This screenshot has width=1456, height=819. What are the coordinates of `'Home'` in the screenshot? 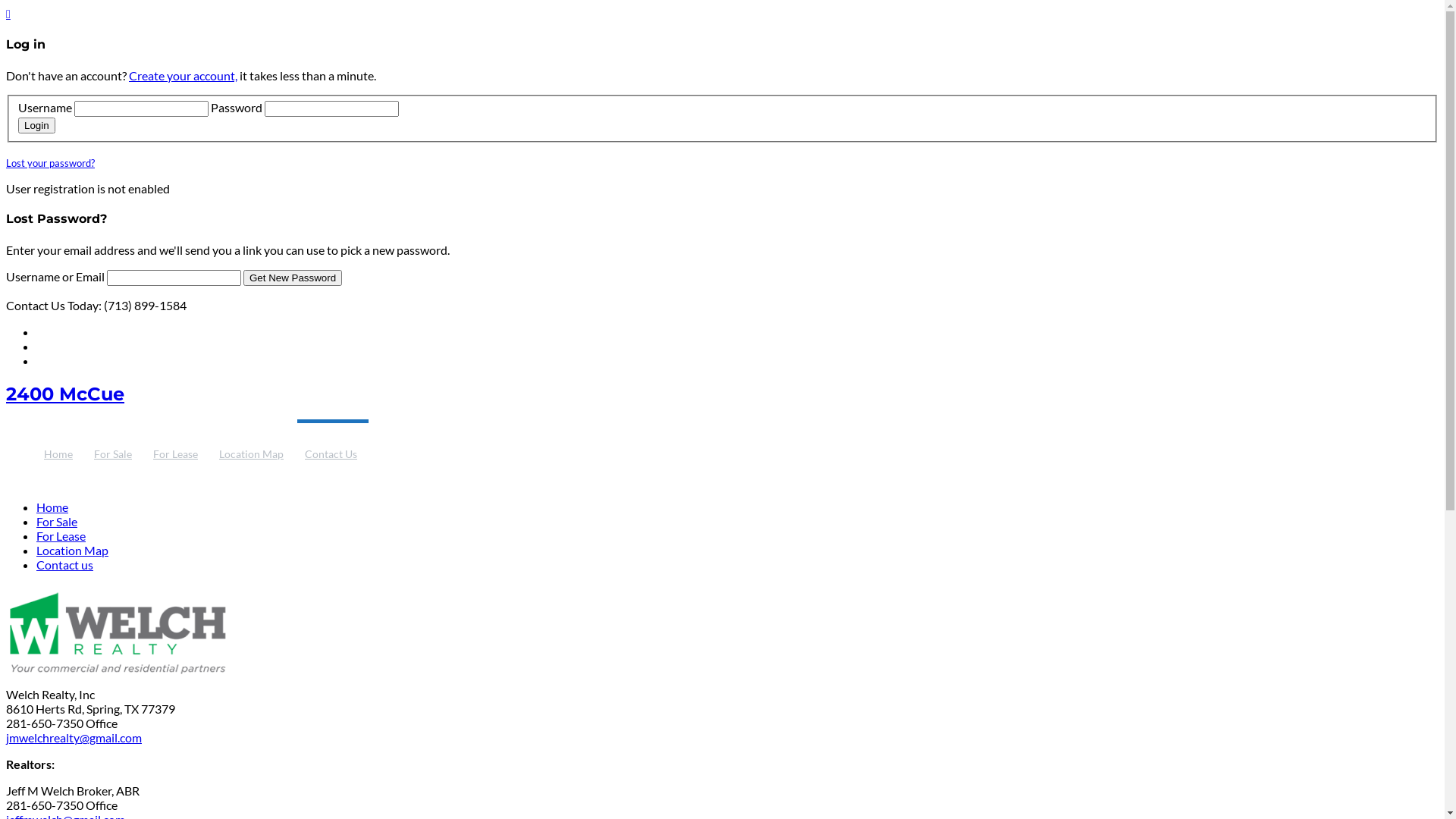 It's located at (52, 507).